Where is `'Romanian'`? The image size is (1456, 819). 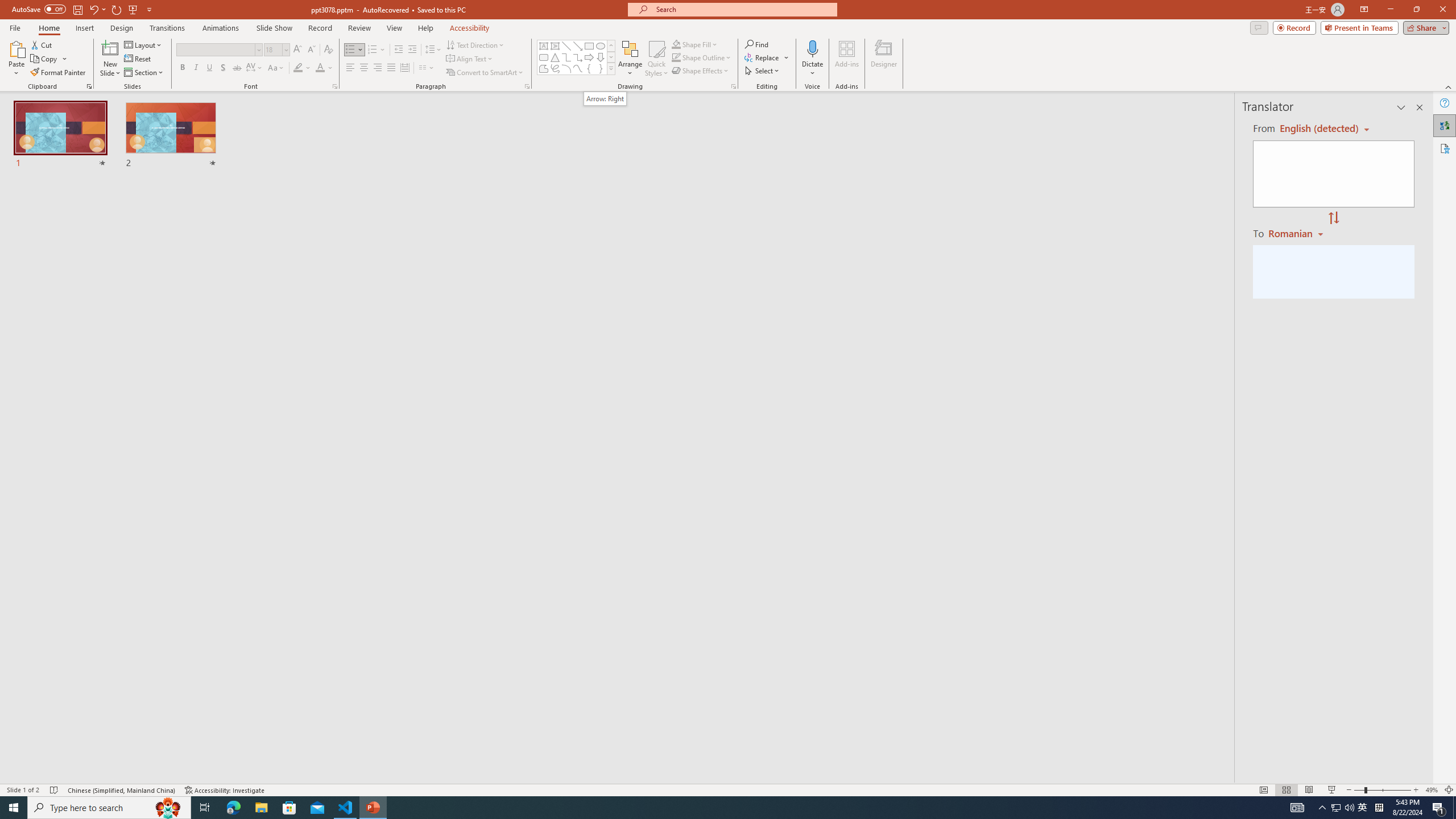 'Romanian' is located at coordinates (1296, 233).